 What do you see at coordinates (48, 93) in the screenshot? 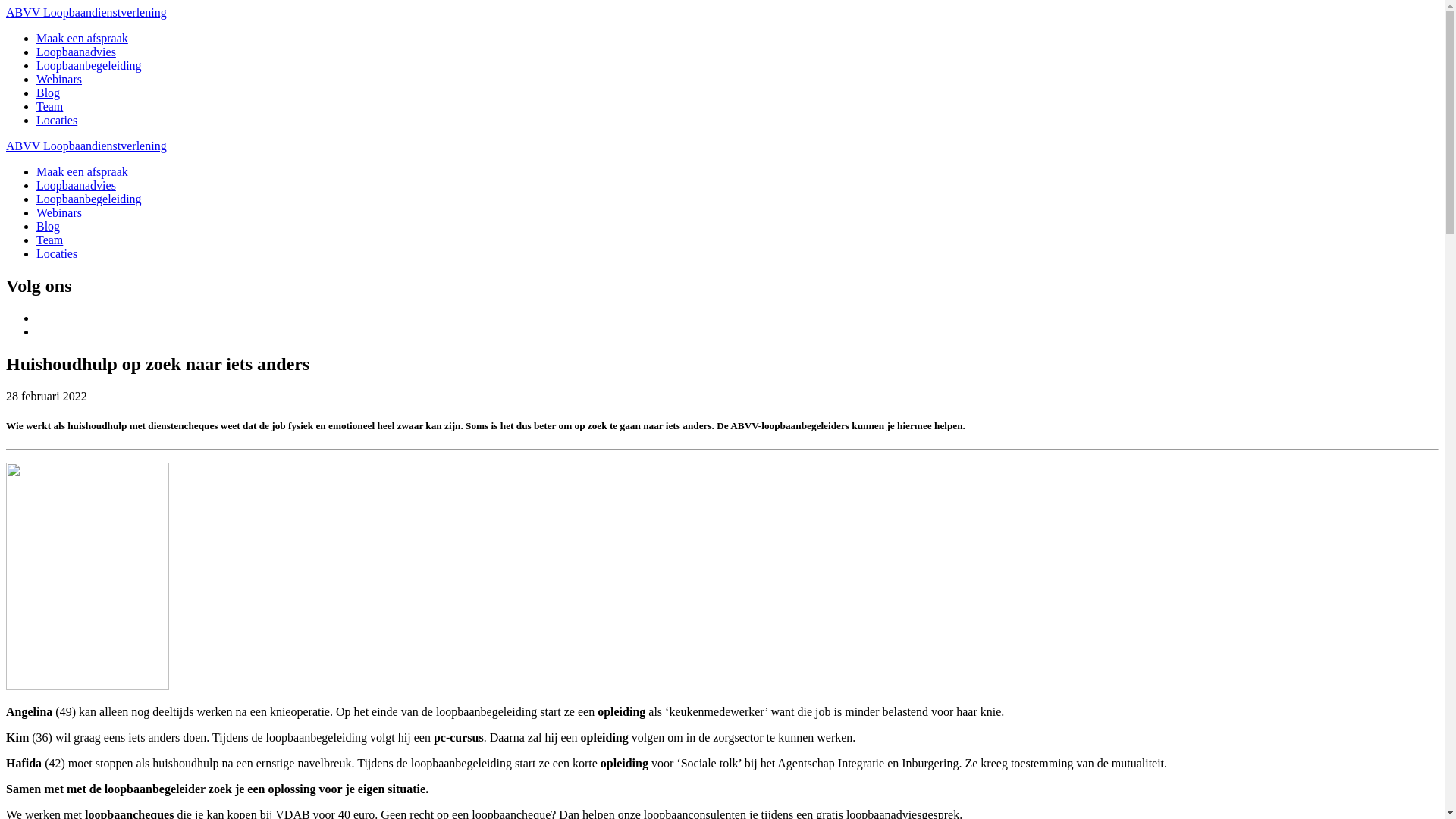
I see `'Blog'` at bounding box center [48, 93].